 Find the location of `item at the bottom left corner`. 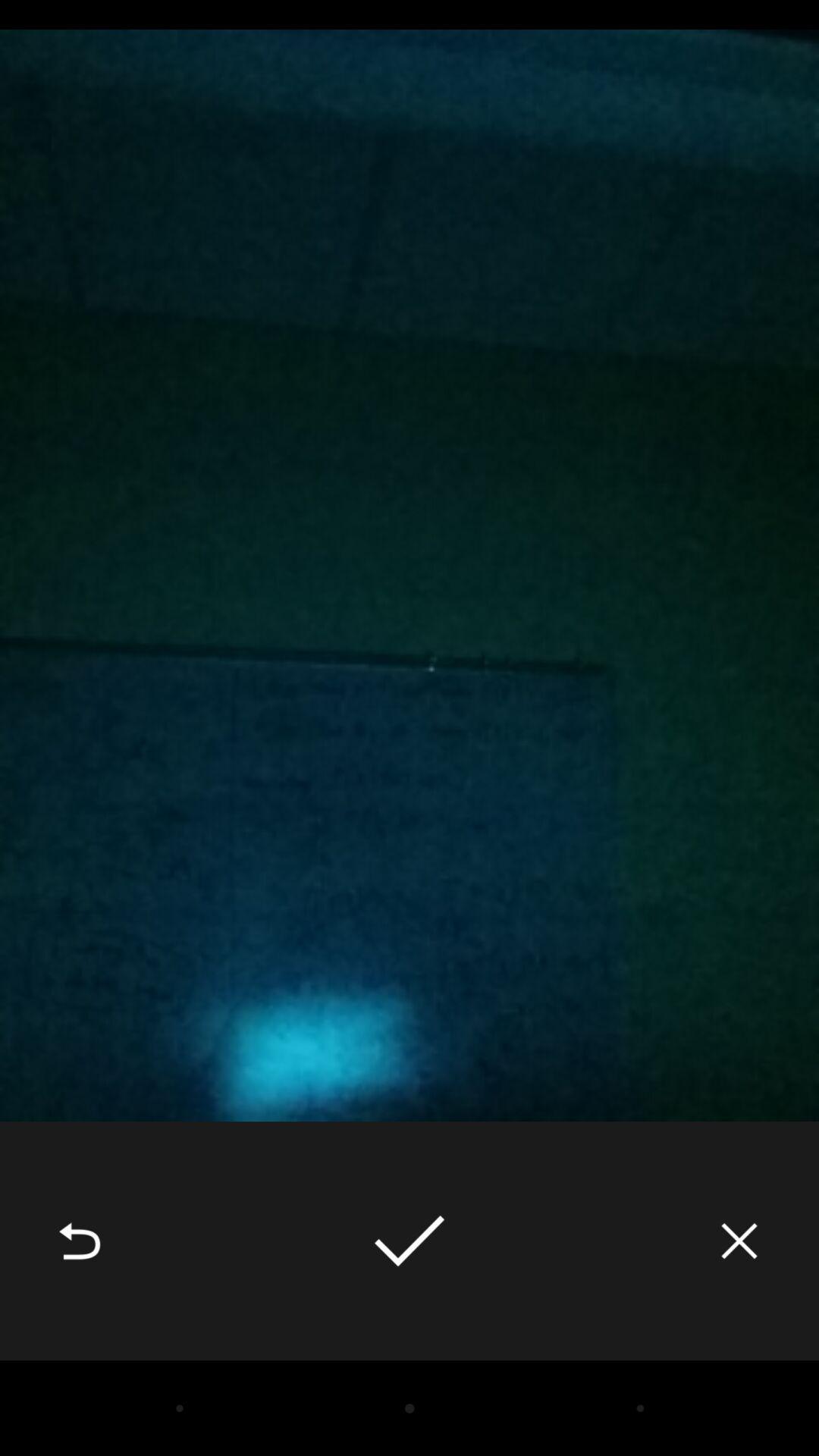

item at the bottom left corner is located at coordinates (79, 1241).